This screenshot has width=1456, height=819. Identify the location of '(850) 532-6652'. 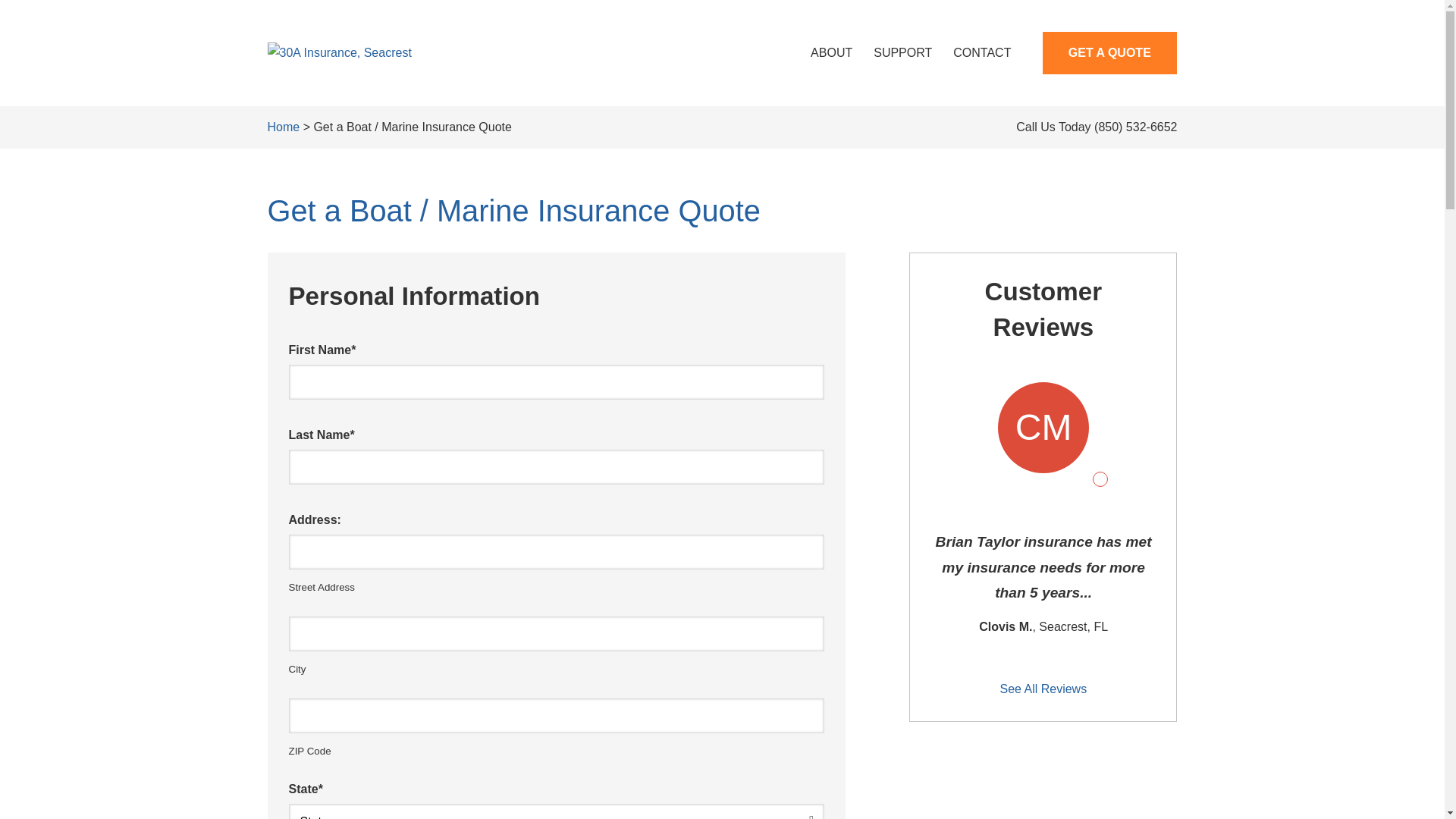
(1135, 126).